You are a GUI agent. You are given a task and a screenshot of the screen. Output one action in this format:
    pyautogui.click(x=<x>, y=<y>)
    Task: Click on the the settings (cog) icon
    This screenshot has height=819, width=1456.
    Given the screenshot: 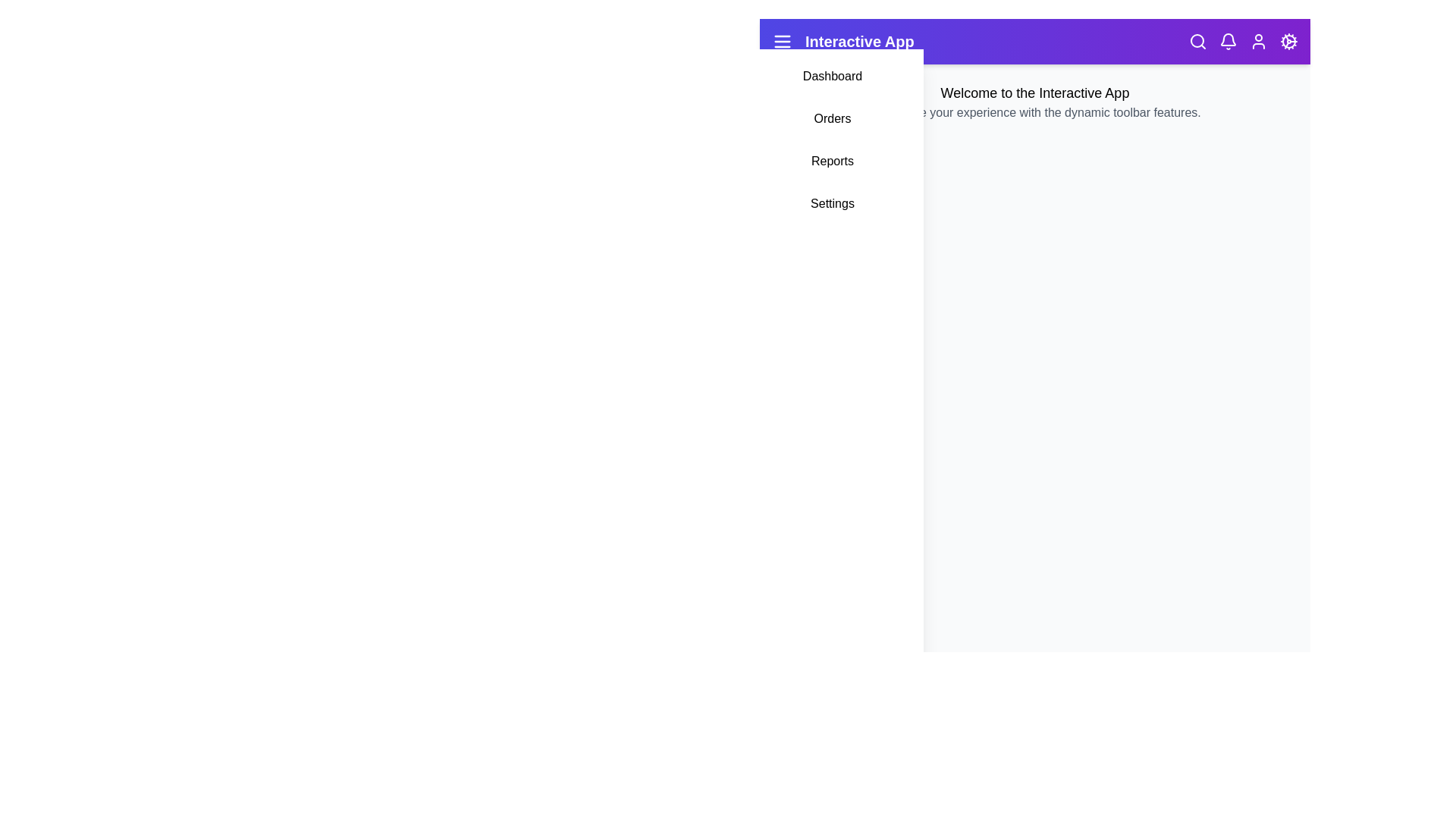 What is the action you would take?
    pyautogui.click(x=1288, y=40)
    